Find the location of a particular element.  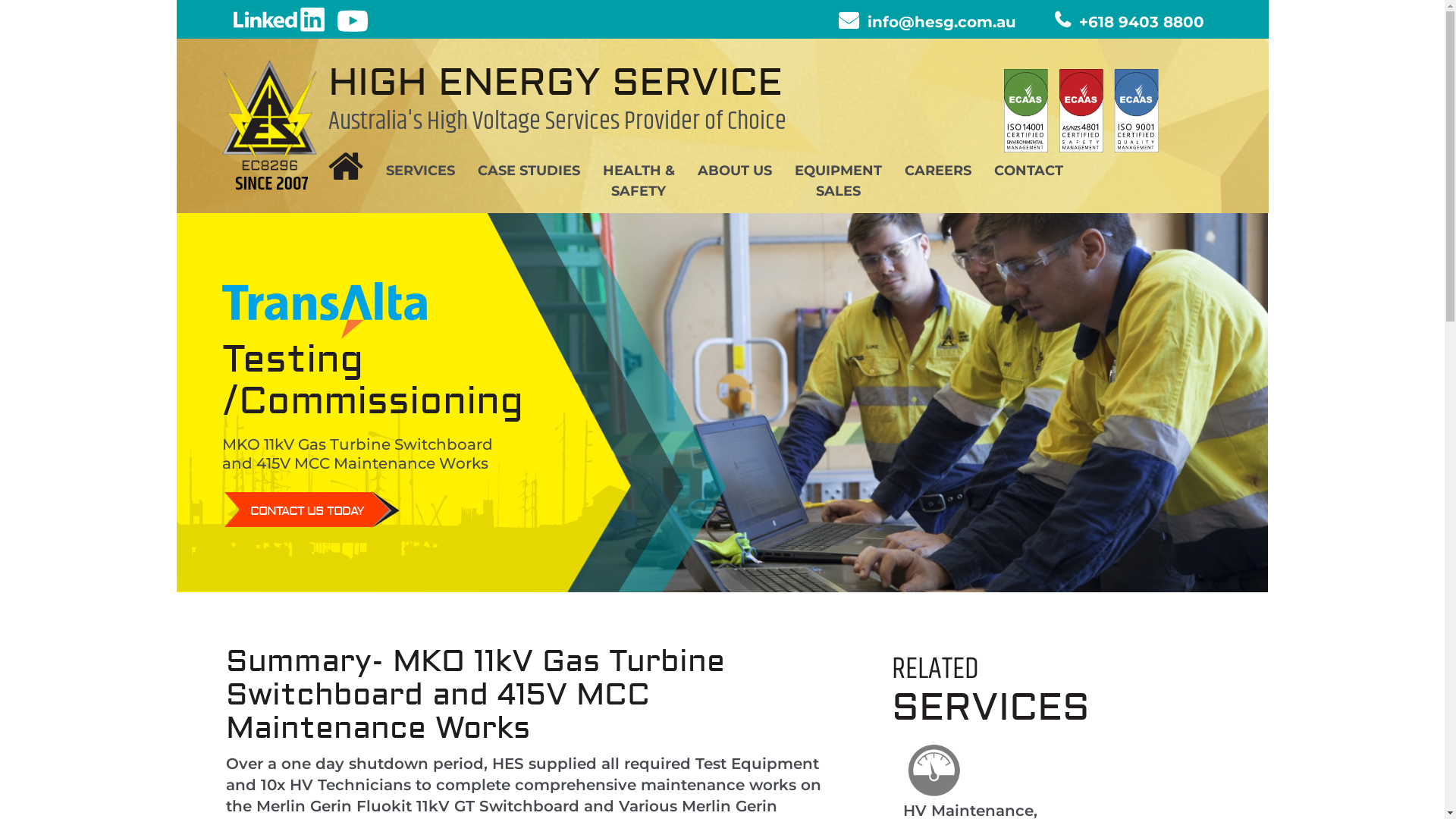

'CONTACT' is located at coordinates (993, 171).